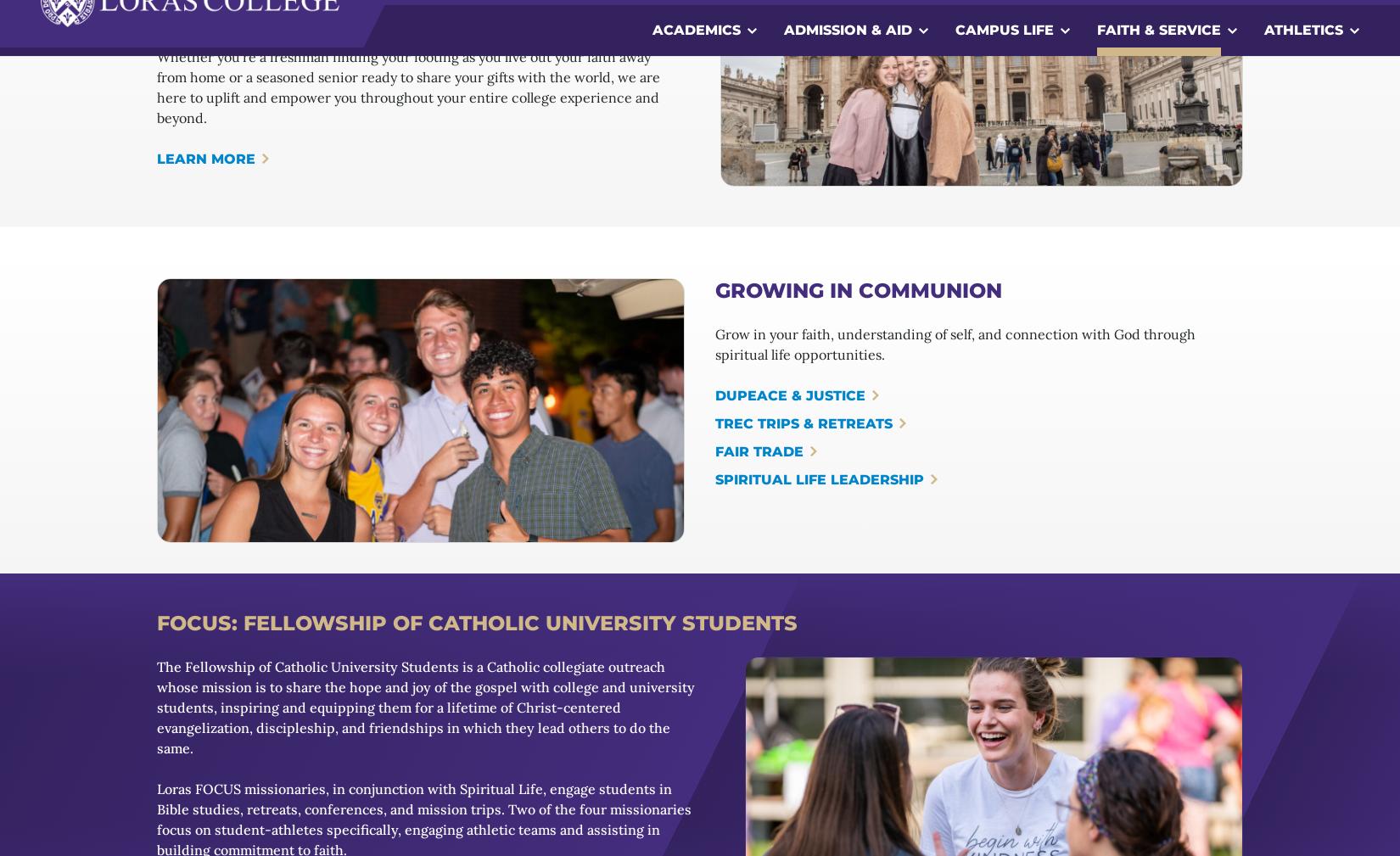 This screenshot has width=1400, height=856. I want to click on 'Agree & Continue', so click(1218, 789).